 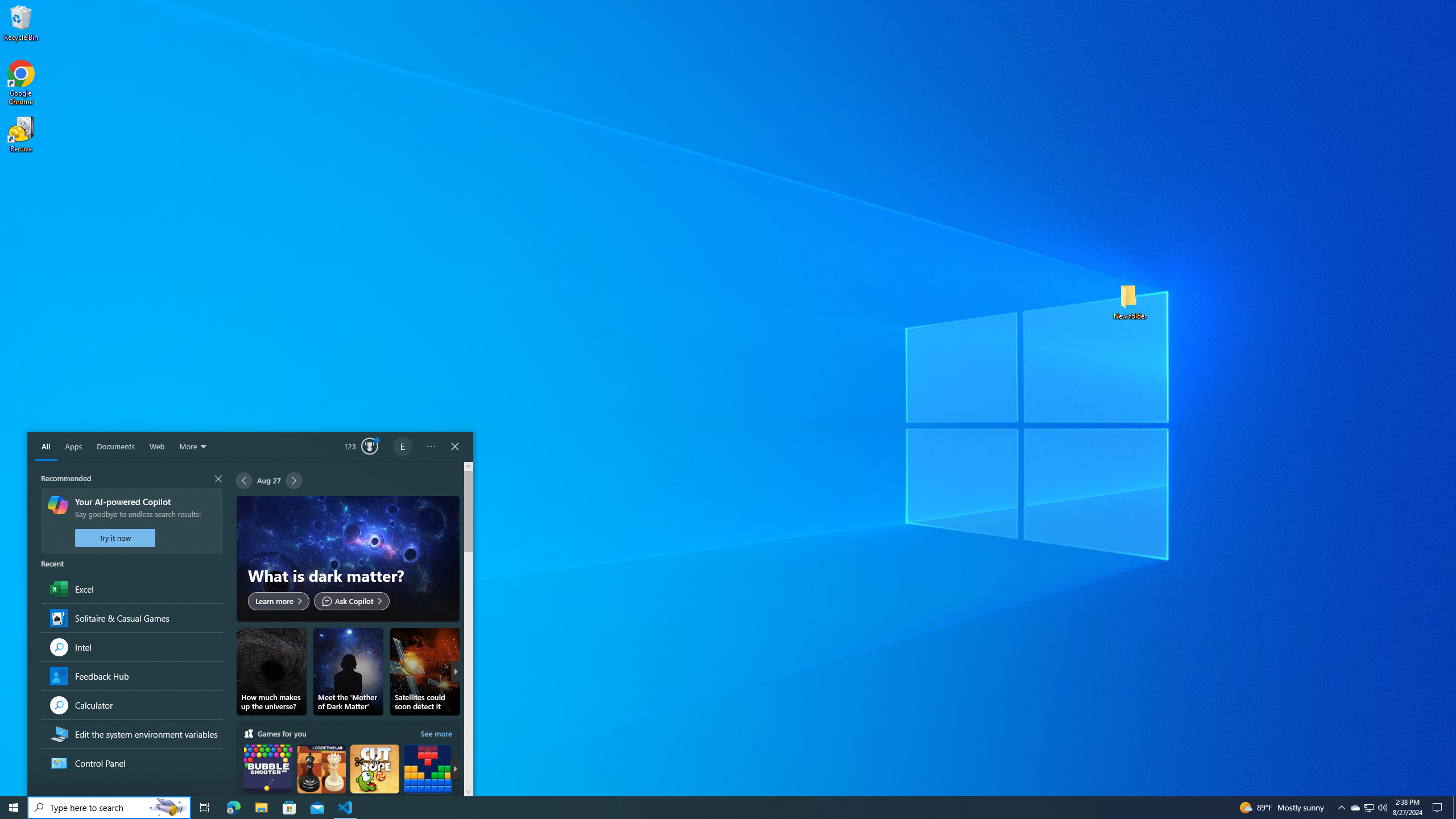 I want to click on 'Microsoft Rewards balance: 123', so click(x=361, y=446).